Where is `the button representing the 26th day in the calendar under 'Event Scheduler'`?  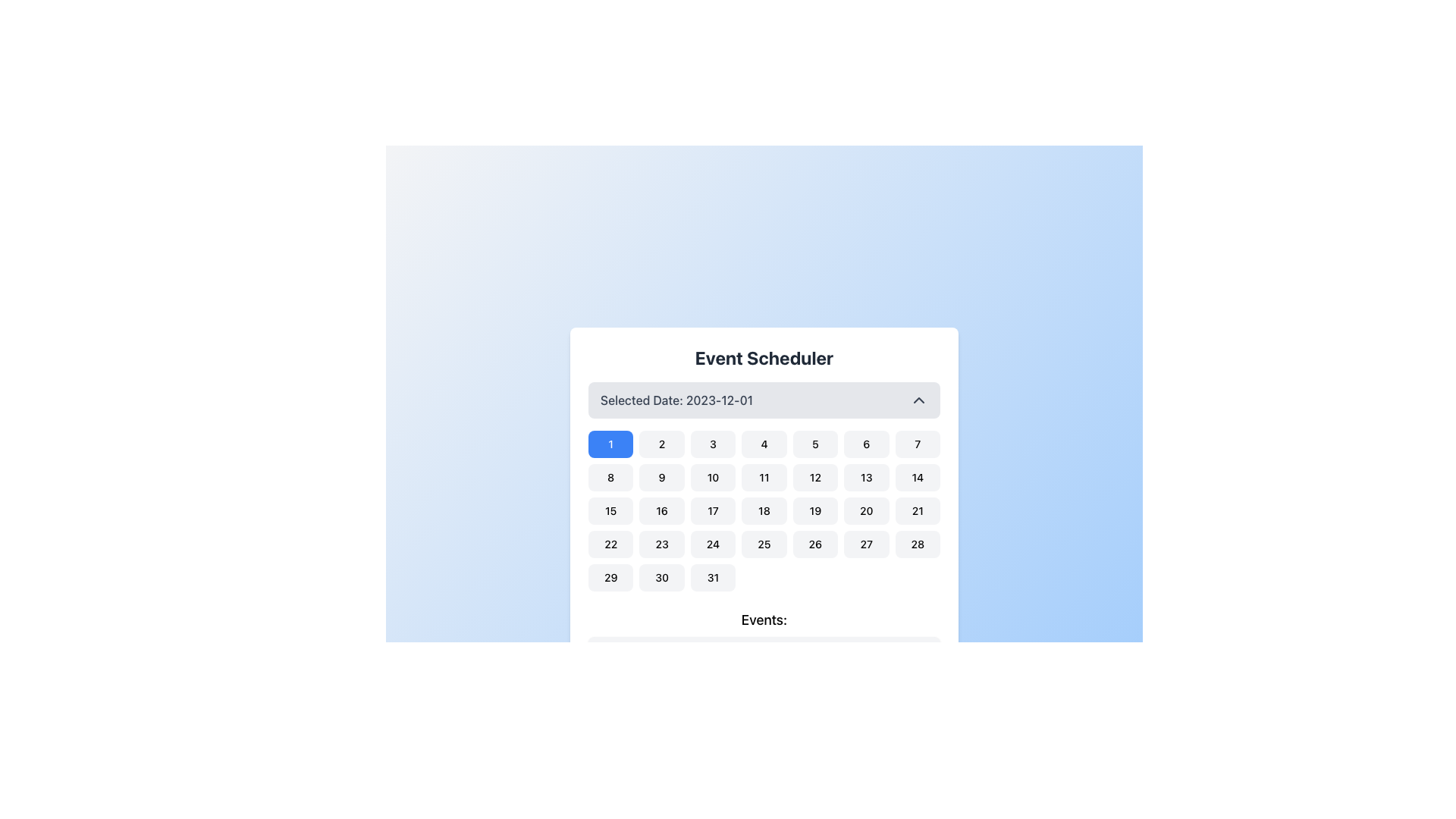 the button representing the 26th day in the calendar under 'Event Scheduler' is located at coordinates (814, 543).